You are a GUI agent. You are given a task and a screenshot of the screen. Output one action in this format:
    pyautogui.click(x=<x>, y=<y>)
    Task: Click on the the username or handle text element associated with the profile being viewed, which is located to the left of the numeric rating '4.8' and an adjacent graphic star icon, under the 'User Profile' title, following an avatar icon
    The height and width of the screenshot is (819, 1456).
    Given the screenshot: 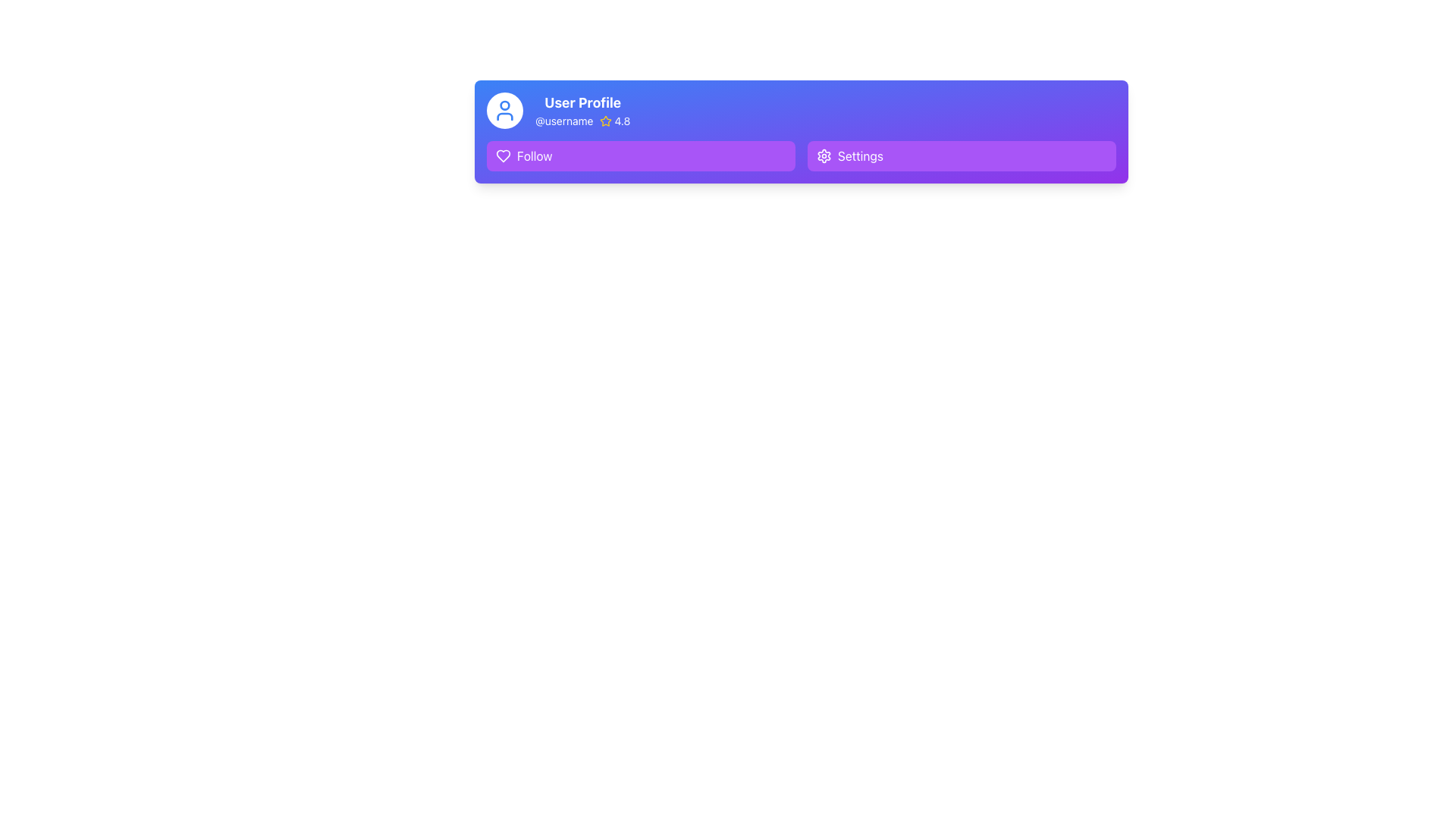 What is the action you would take?
    pyautogui.click(x=563, y=120)
    